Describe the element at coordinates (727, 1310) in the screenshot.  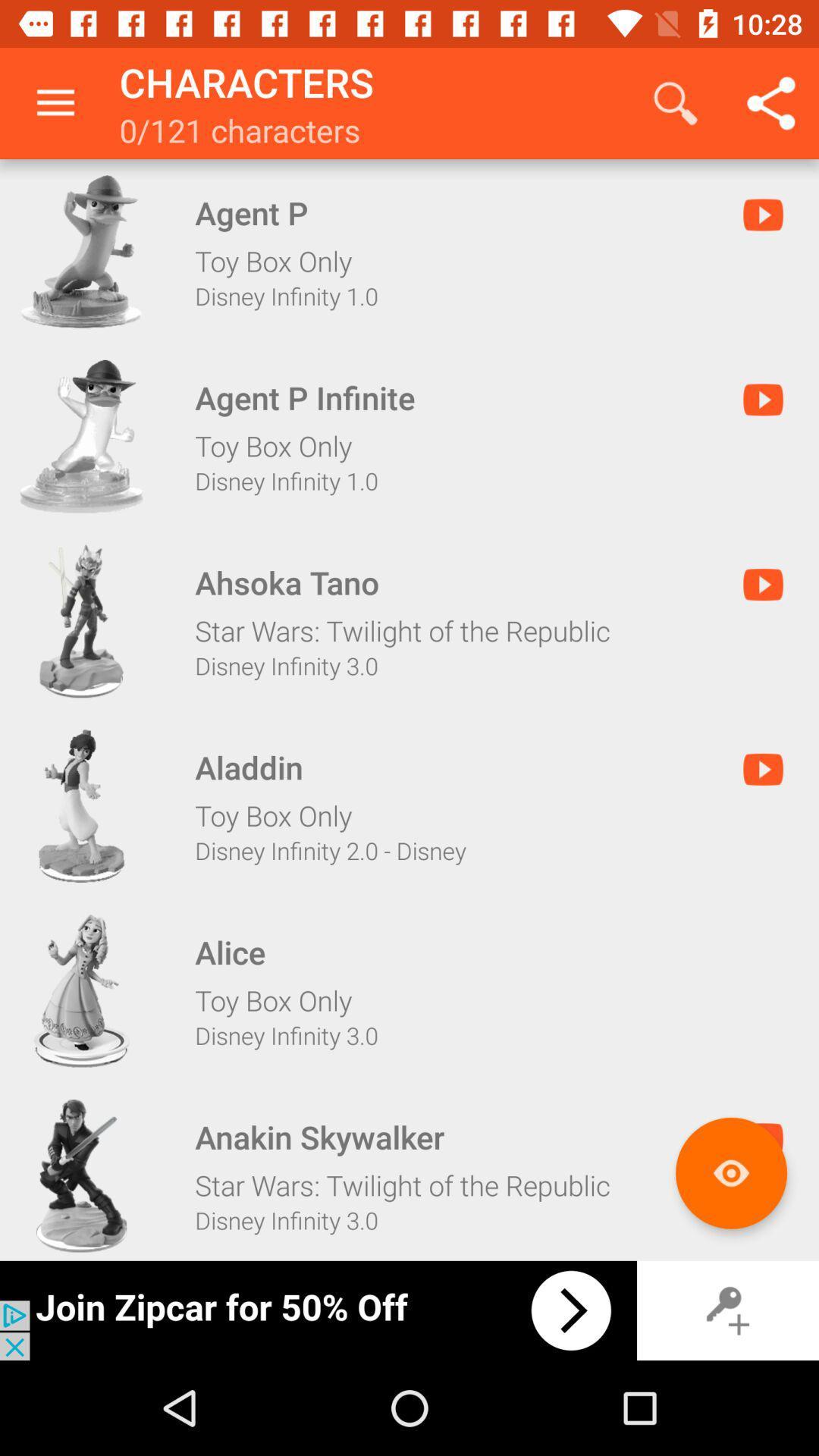
I see `key option` at that location.